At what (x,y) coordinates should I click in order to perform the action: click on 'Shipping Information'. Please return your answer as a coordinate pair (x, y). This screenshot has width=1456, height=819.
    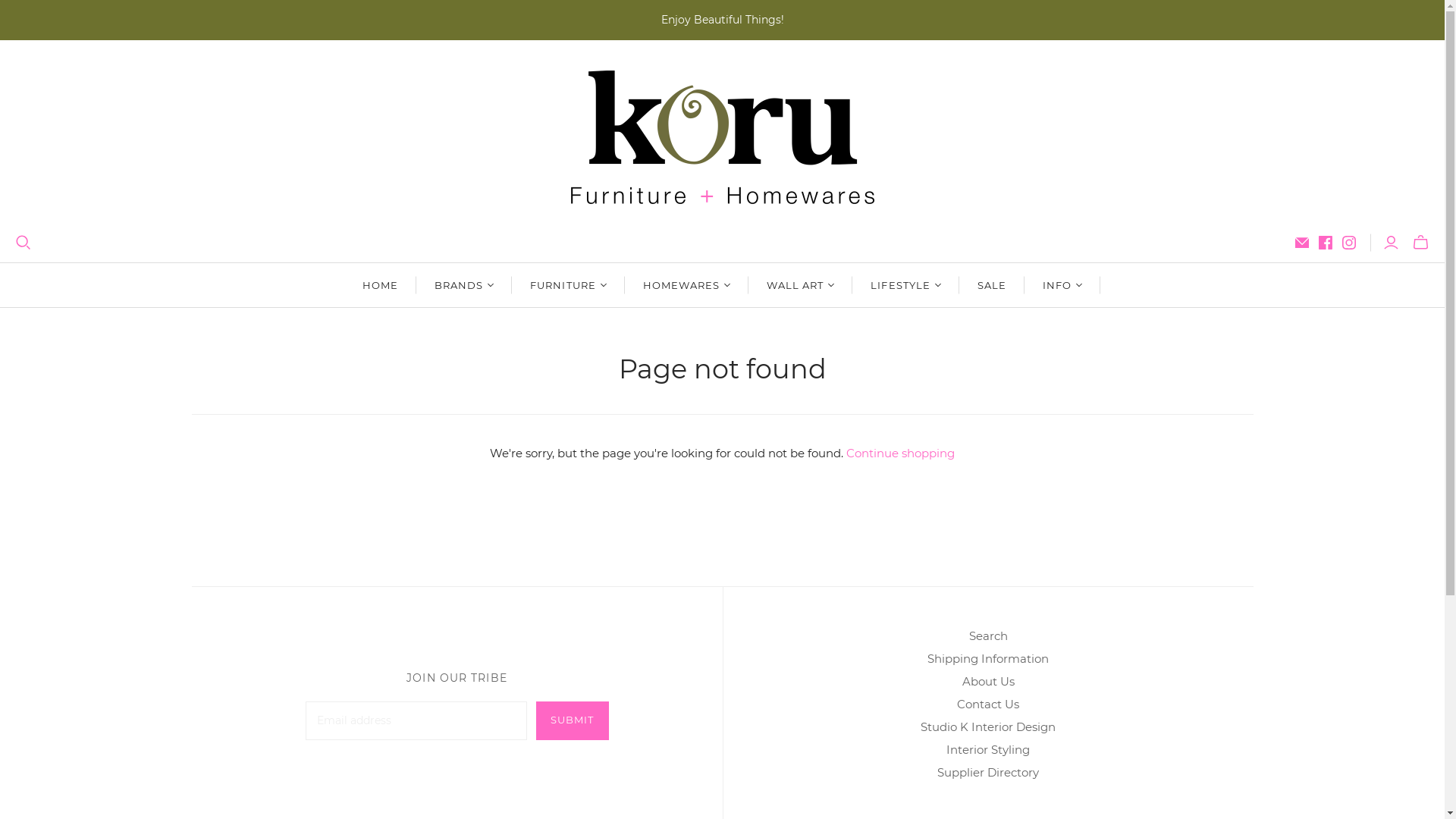
    Looking at the image, I should click on (987, 657).